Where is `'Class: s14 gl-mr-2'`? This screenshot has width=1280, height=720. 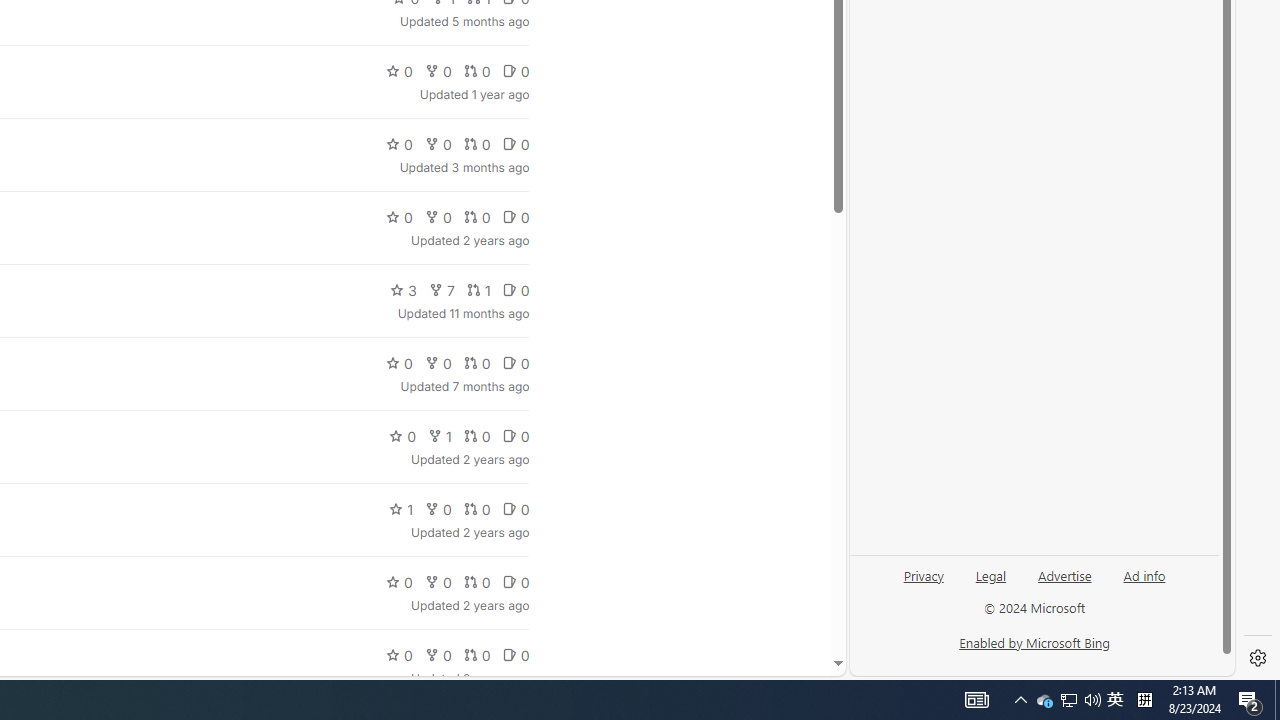 'Class: s14 gl-mr-2' is located at coordinates (509, 655).